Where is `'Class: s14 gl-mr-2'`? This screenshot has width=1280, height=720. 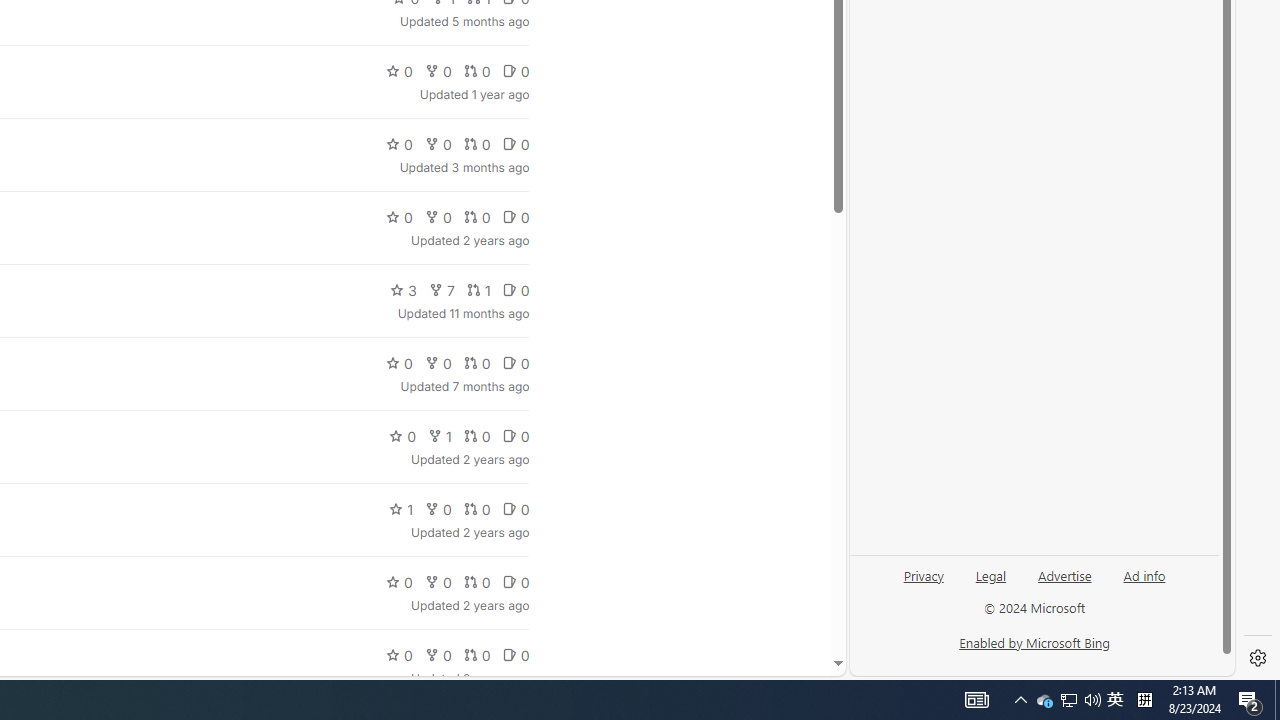 'Class: s14 gl-mr-2' is located at coordinates (509, 655).